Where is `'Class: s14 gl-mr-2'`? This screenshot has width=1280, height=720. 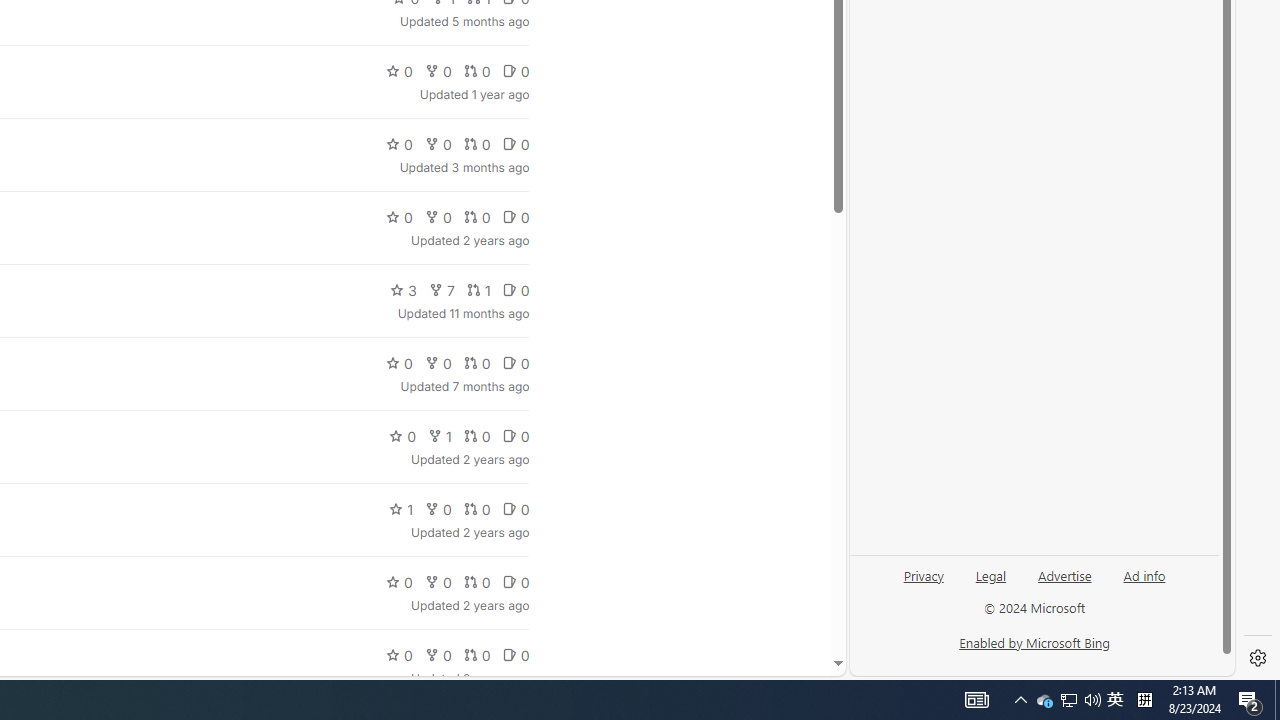 'Class: s14 gl-mr-2' is located at coordinates (509, 655).